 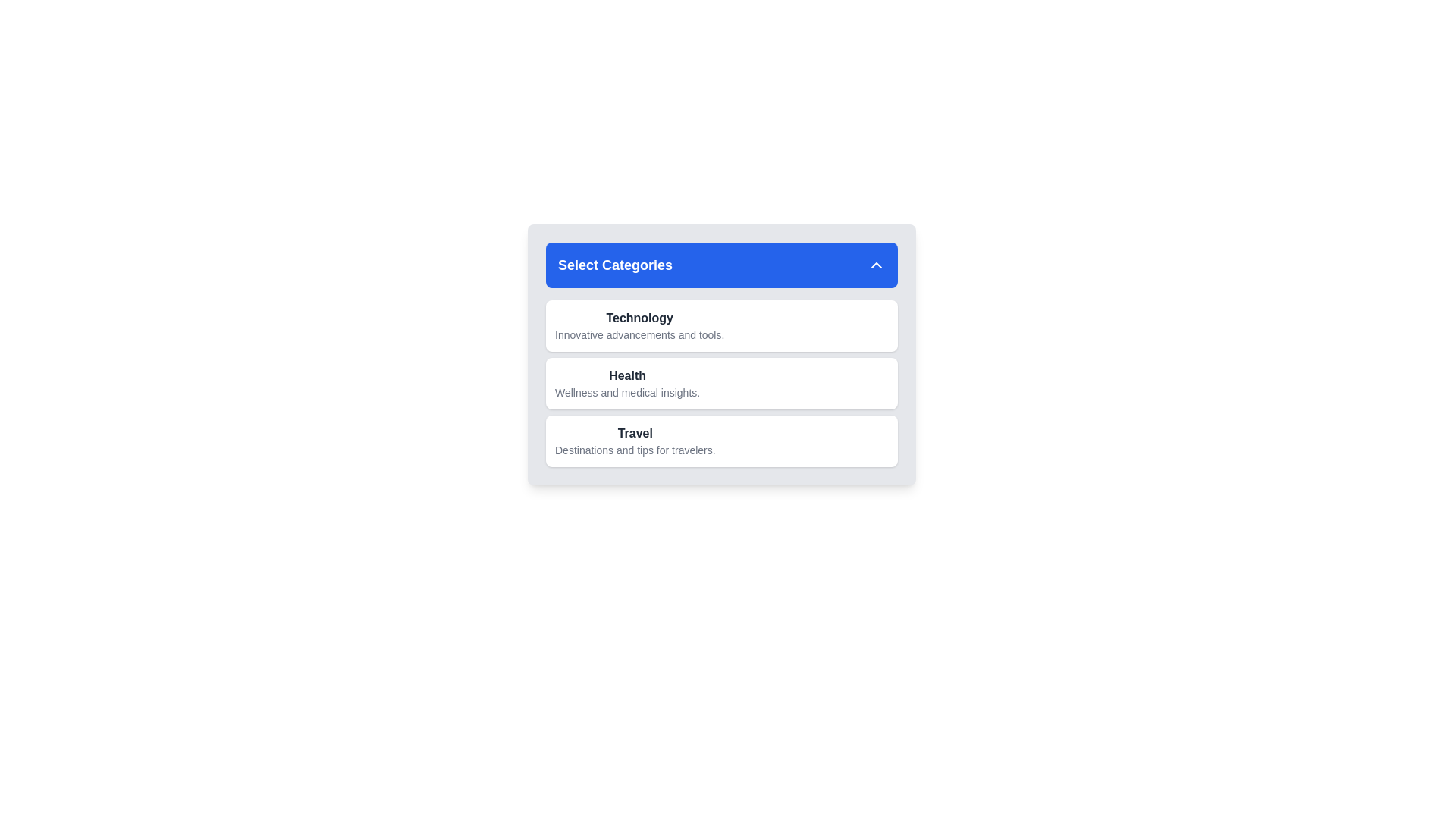 I want to click on the upward-pointing chevron icon located at the top-right corner of the 'Select Categories' section header, so click(x=877, y=265).